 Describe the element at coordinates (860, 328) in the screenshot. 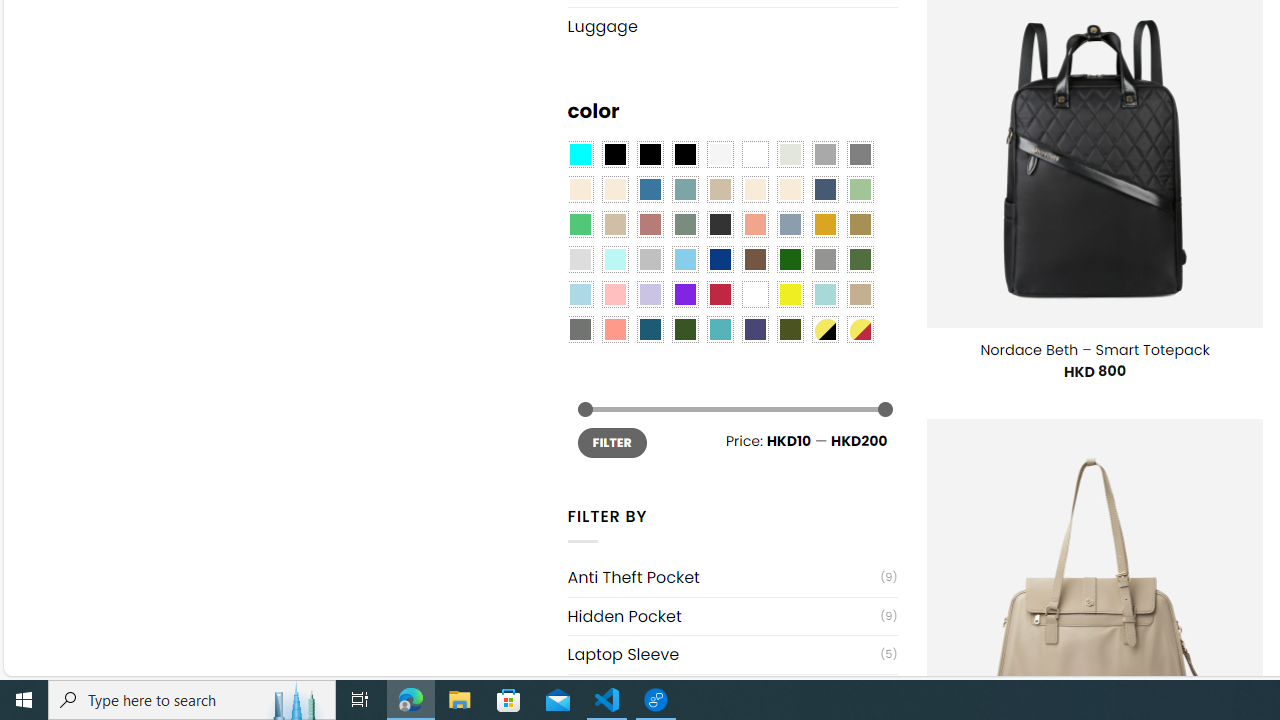

I see `'Yellow-Red'` at that location.